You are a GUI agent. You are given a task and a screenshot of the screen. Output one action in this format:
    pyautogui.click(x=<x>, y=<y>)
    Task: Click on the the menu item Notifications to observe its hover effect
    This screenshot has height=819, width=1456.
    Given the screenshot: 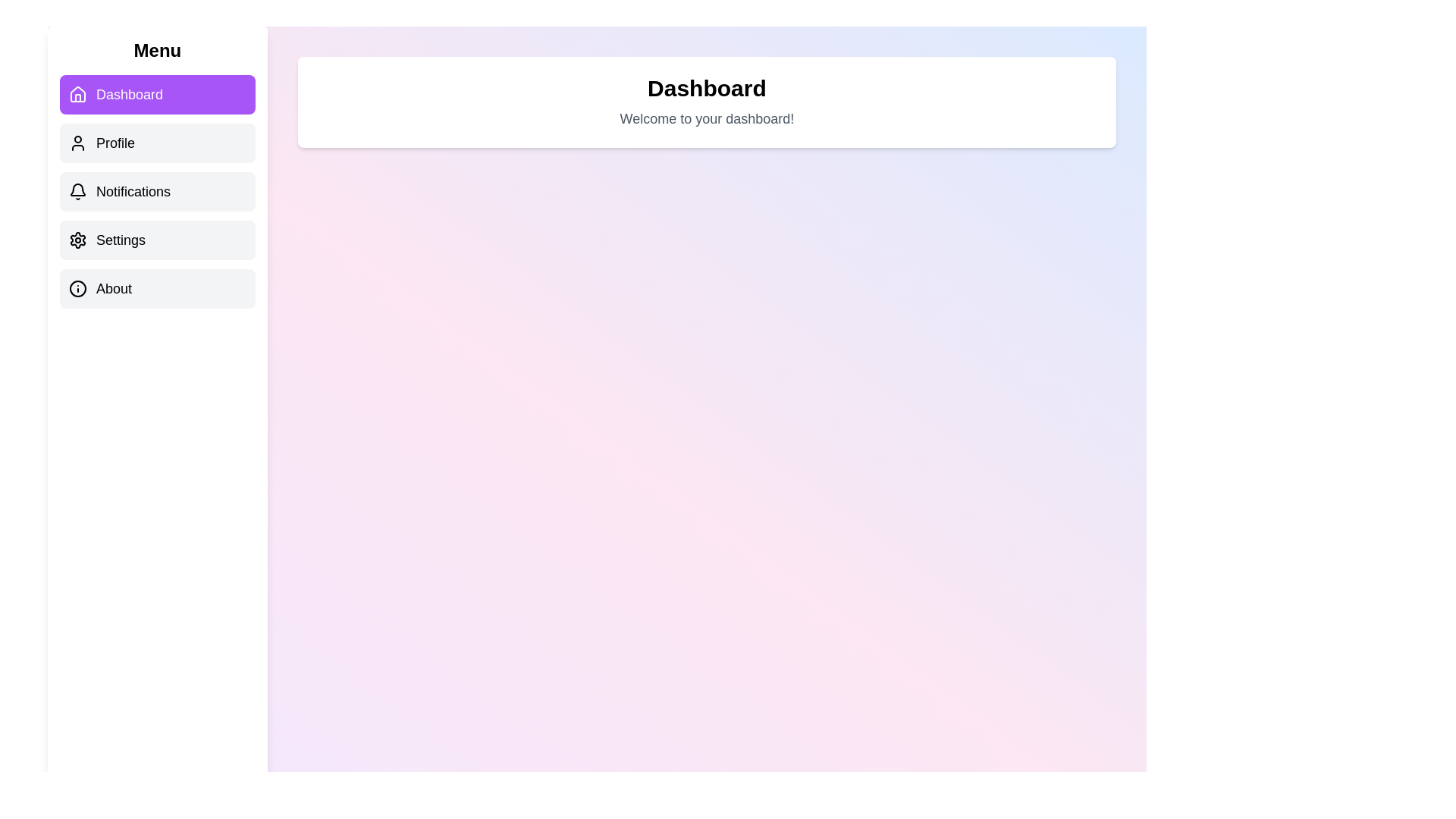 What is the action you would take?
    pyautogui.click(x=157, y=191)
    